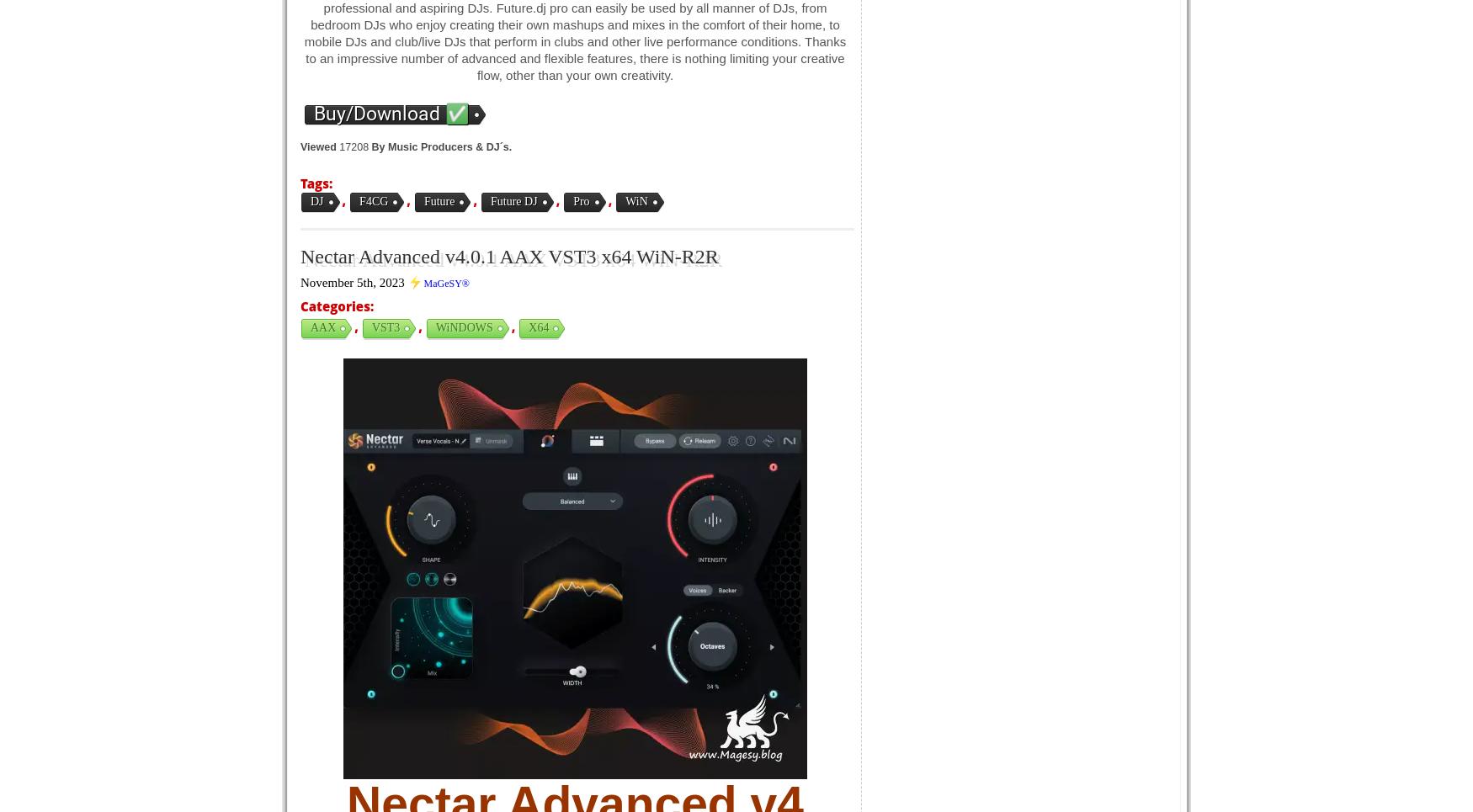  Describe the element at coordinates (537, 326) in the screenshot. I see `'x64'` at that location.